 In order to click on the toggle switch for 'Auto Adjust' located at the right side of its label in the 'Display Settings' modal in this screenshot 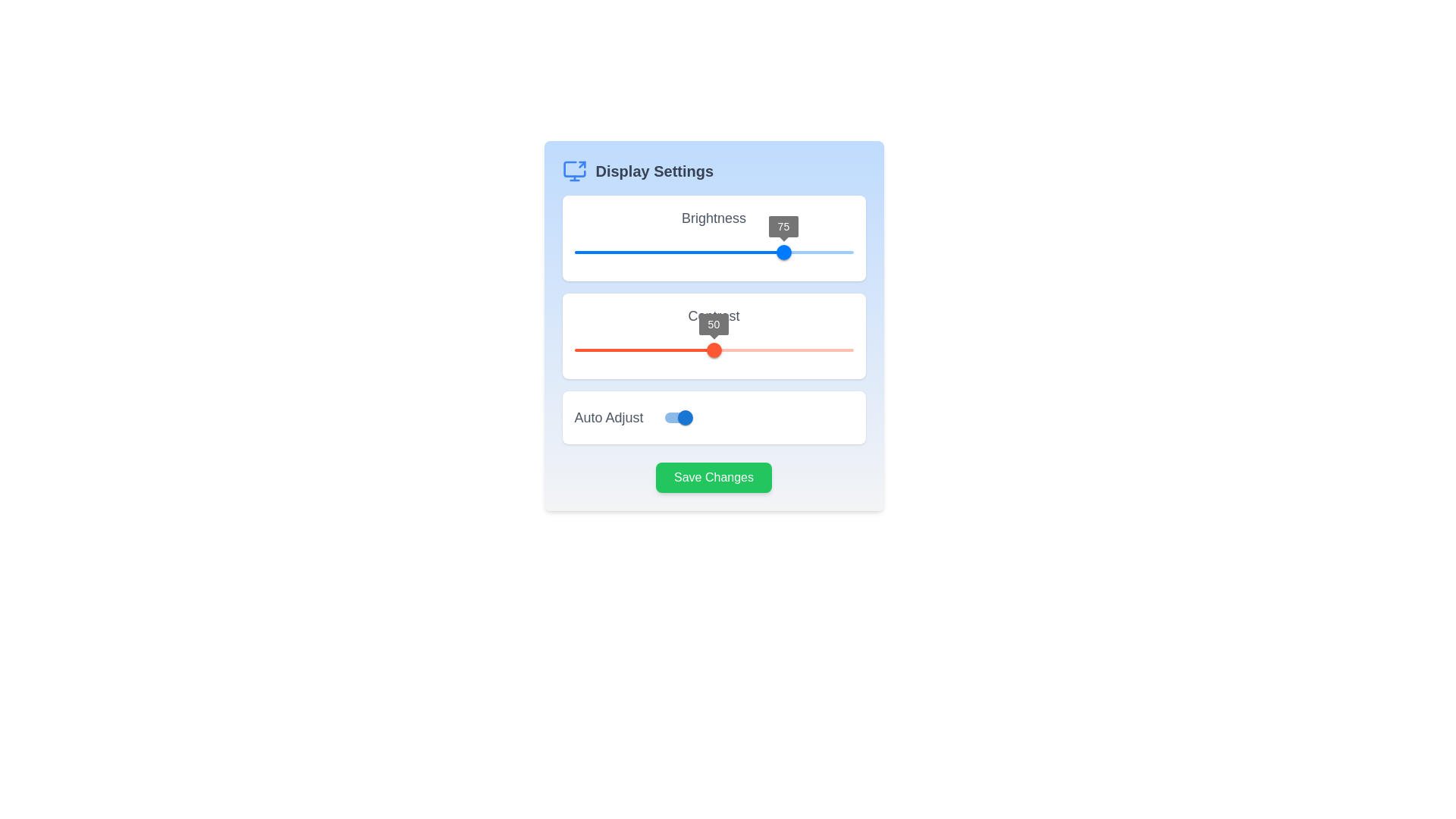, I will do `click(684, 418)`.